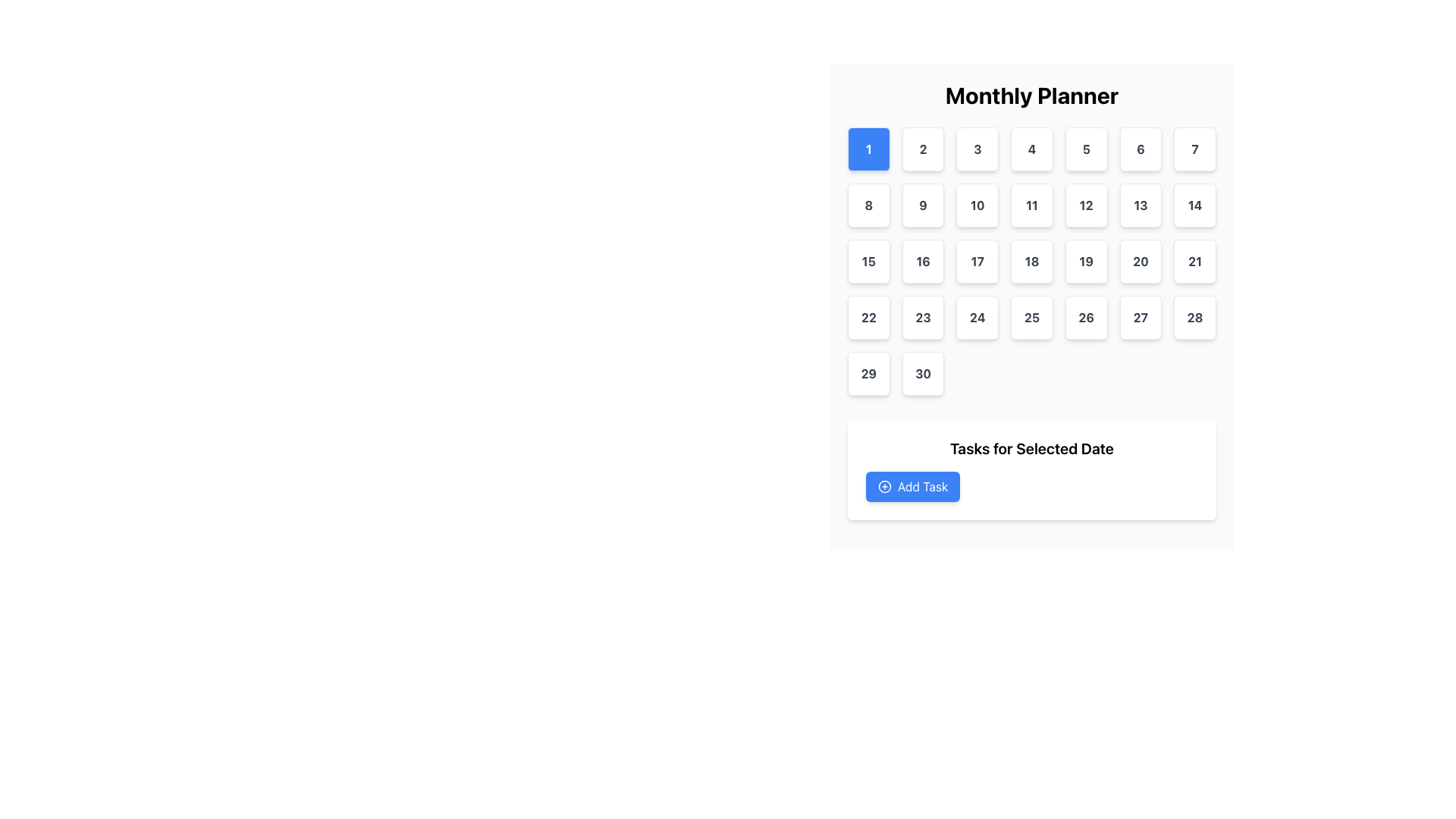 The height and width of the screenshot is (819, 1456). Describe the element at coordinates (1031, 205) in the screenshot. I see `the button labeled '11' in the calendar grid` at that location.